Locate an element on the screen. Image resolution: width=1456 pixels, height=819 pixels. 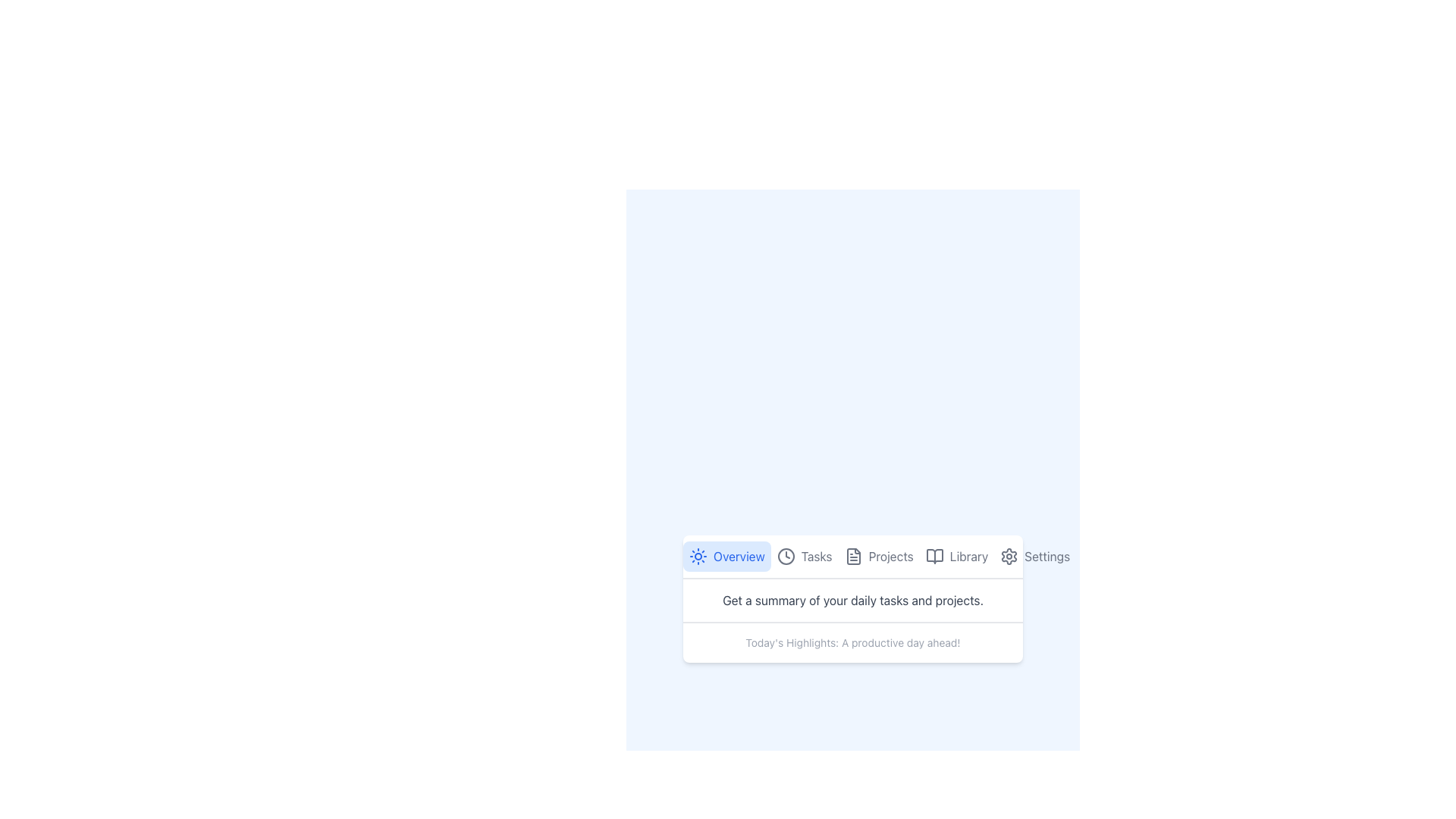
the third navigation item in the navigation bar is located at coordinates (852, 556).